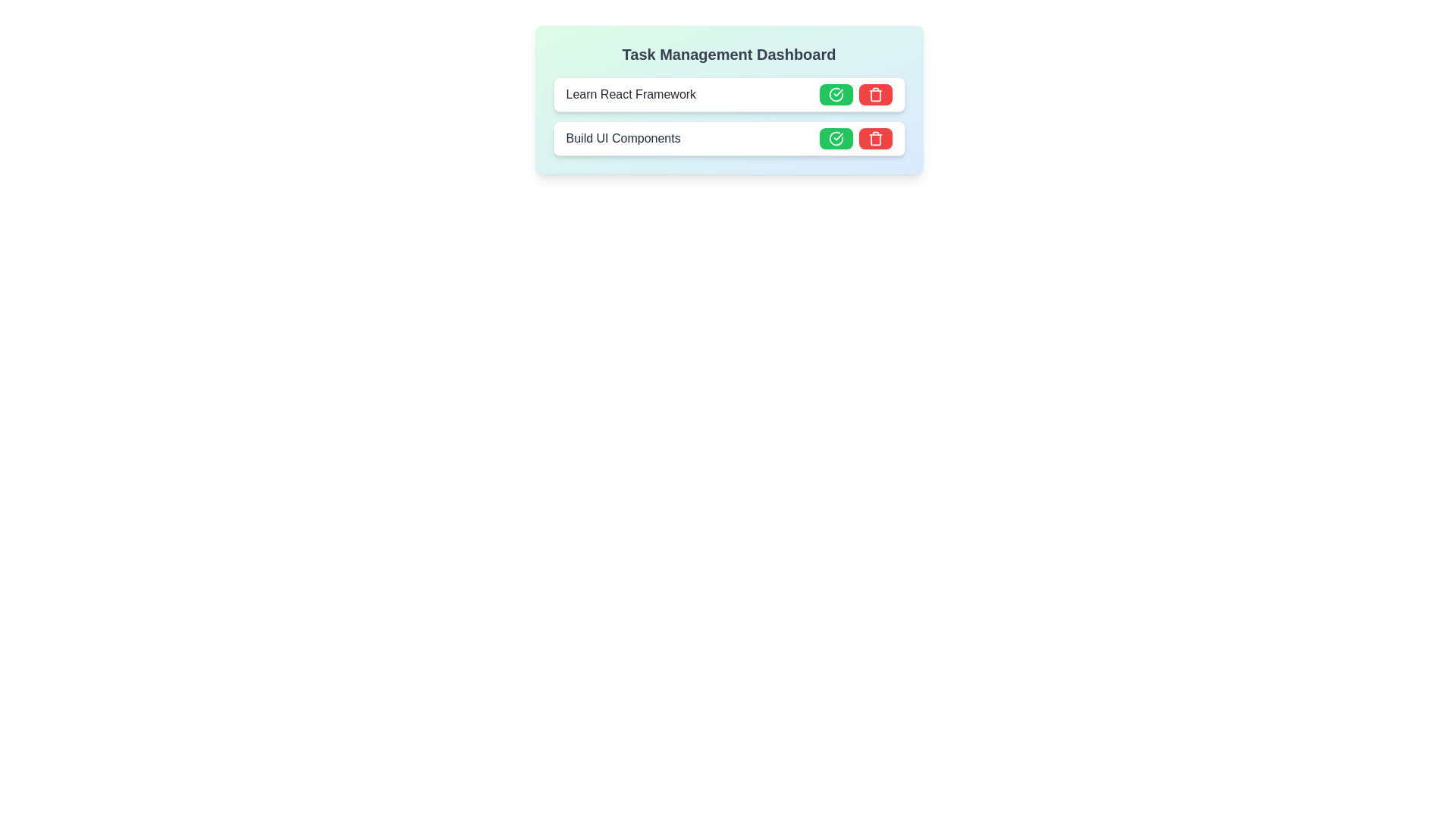  Describe the element at coordinates (623, 138) in the screenshot. I see `the Text Label that identifies the task in the task management interface, located in the second item of the vertically arranged list of task entries` at that location.